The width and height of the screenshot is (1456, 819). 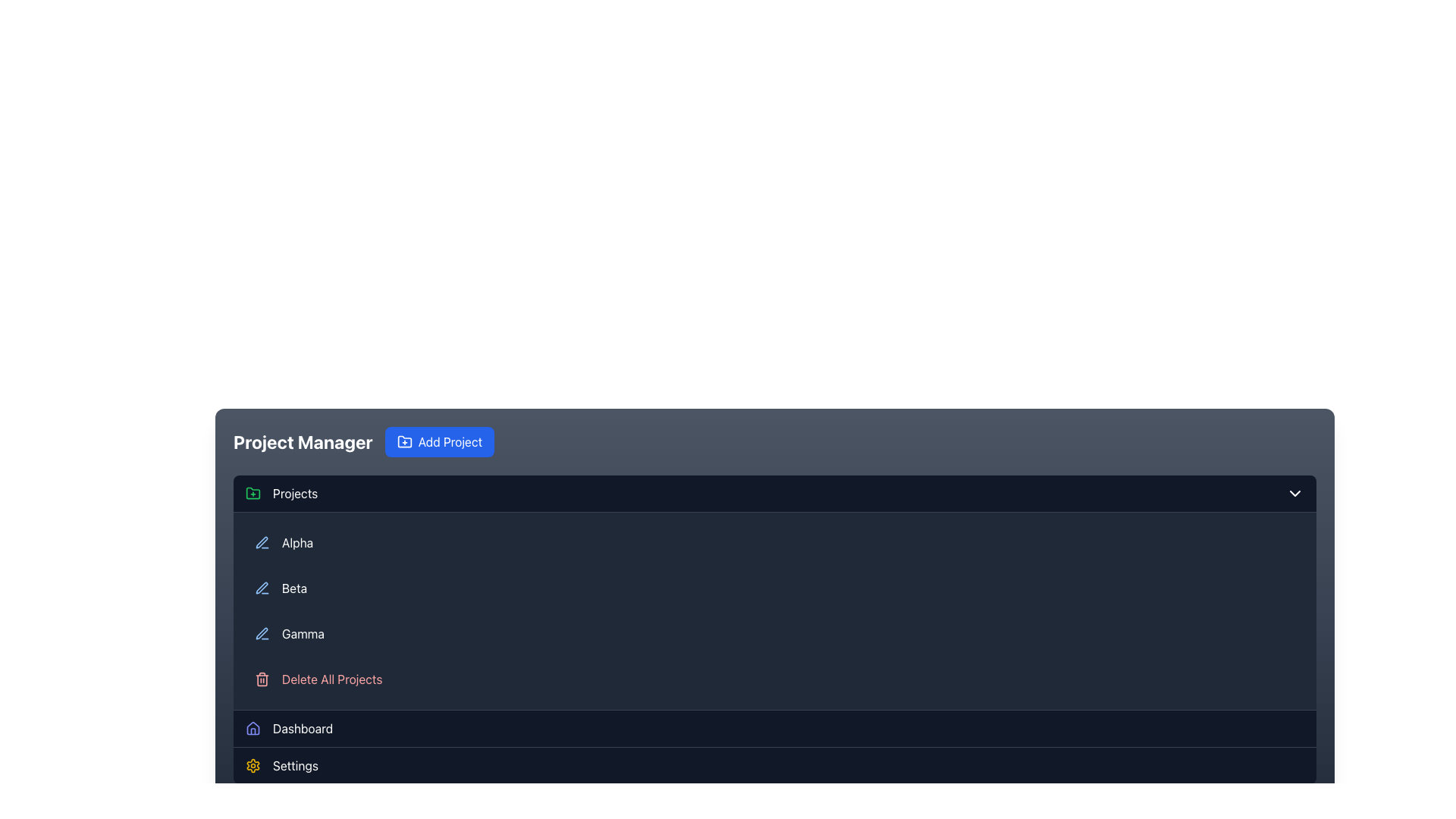 What do you see at coordinates (404, 441) in the screenshot?
I see `the folder icon with a plus symbol inside the 'Add Project' button located at the top-right of the interface` at bounding box center [404, 441].